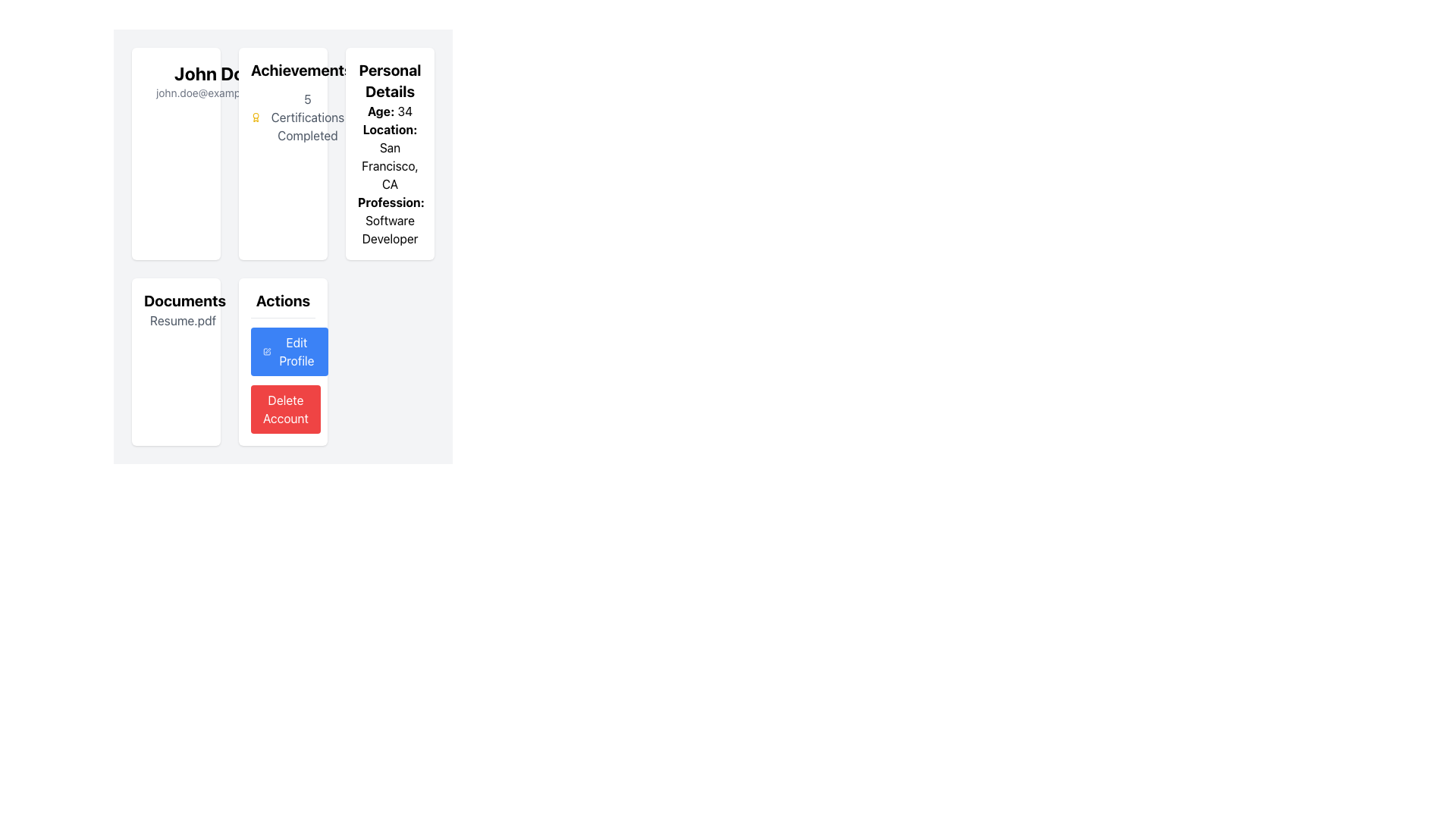  What do you see at coordinates (176, 320) in the screenshot?
I see `the text label indicating the document named 'Resume.pdf'` at bounding box center [176, 320].